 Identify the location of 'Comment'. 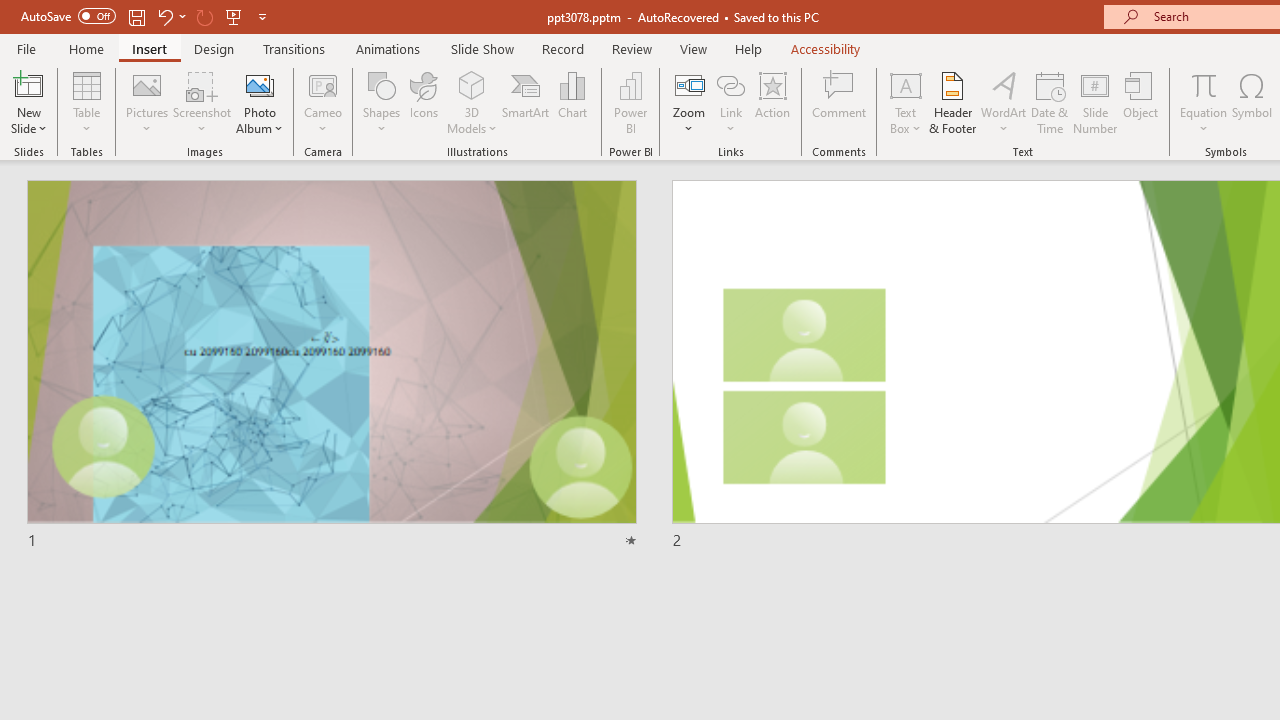
(839, 103).